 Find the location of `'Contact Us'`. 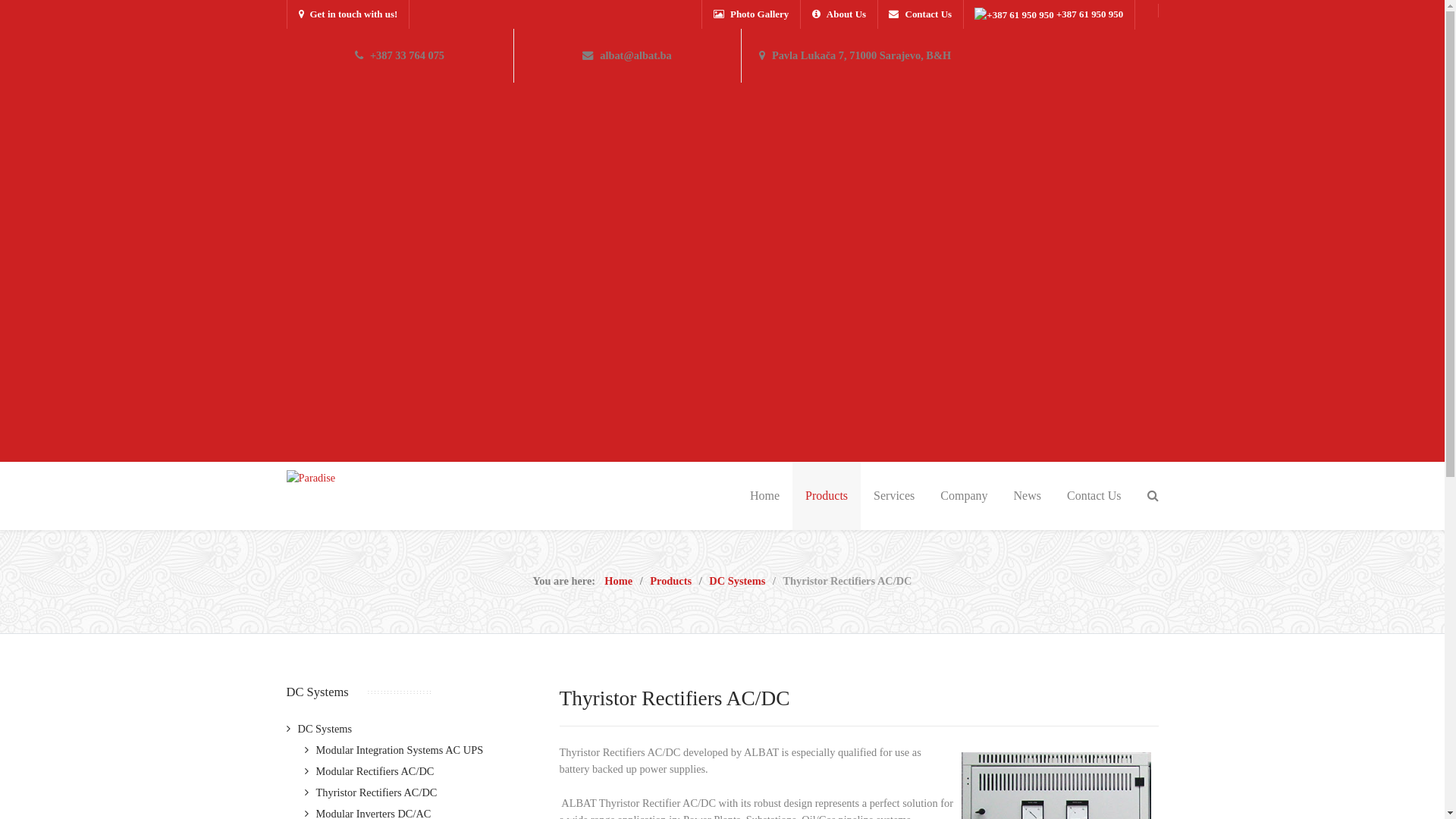

'Contact Us' is located at coordinates (877, 14).